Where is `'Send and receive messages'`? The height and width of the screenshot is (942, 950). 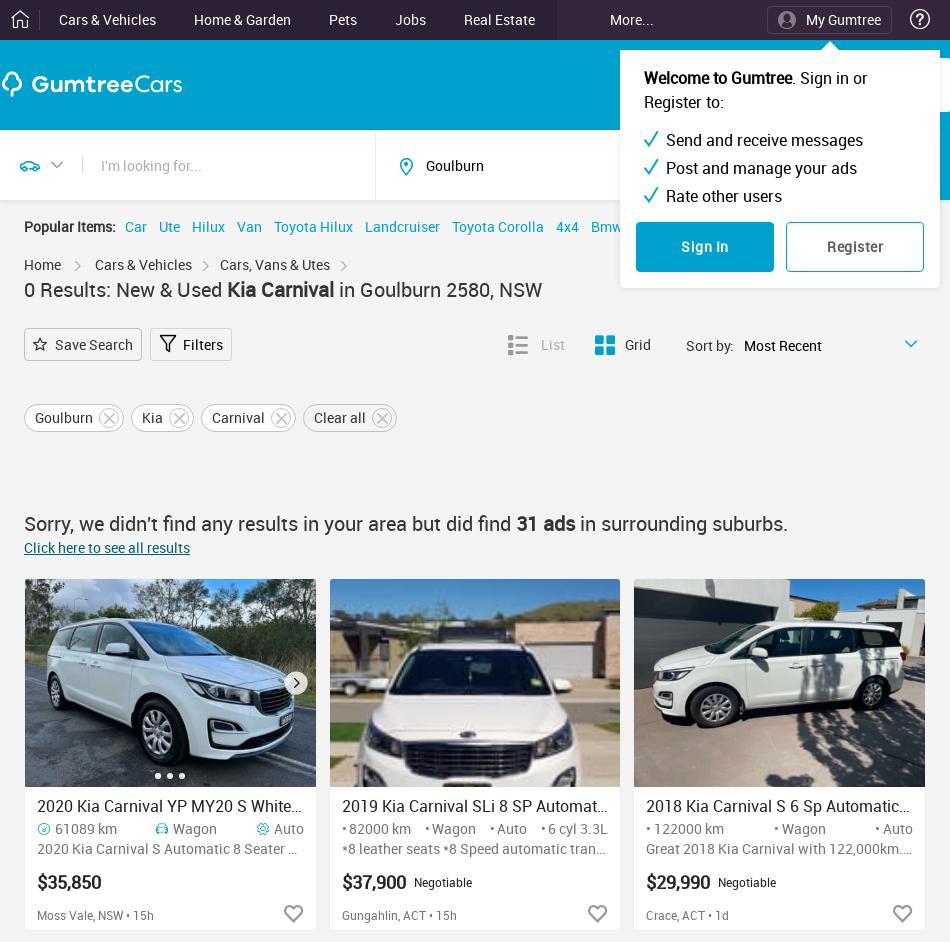
'Send and receive messages' is located at coordinates (763, 139).